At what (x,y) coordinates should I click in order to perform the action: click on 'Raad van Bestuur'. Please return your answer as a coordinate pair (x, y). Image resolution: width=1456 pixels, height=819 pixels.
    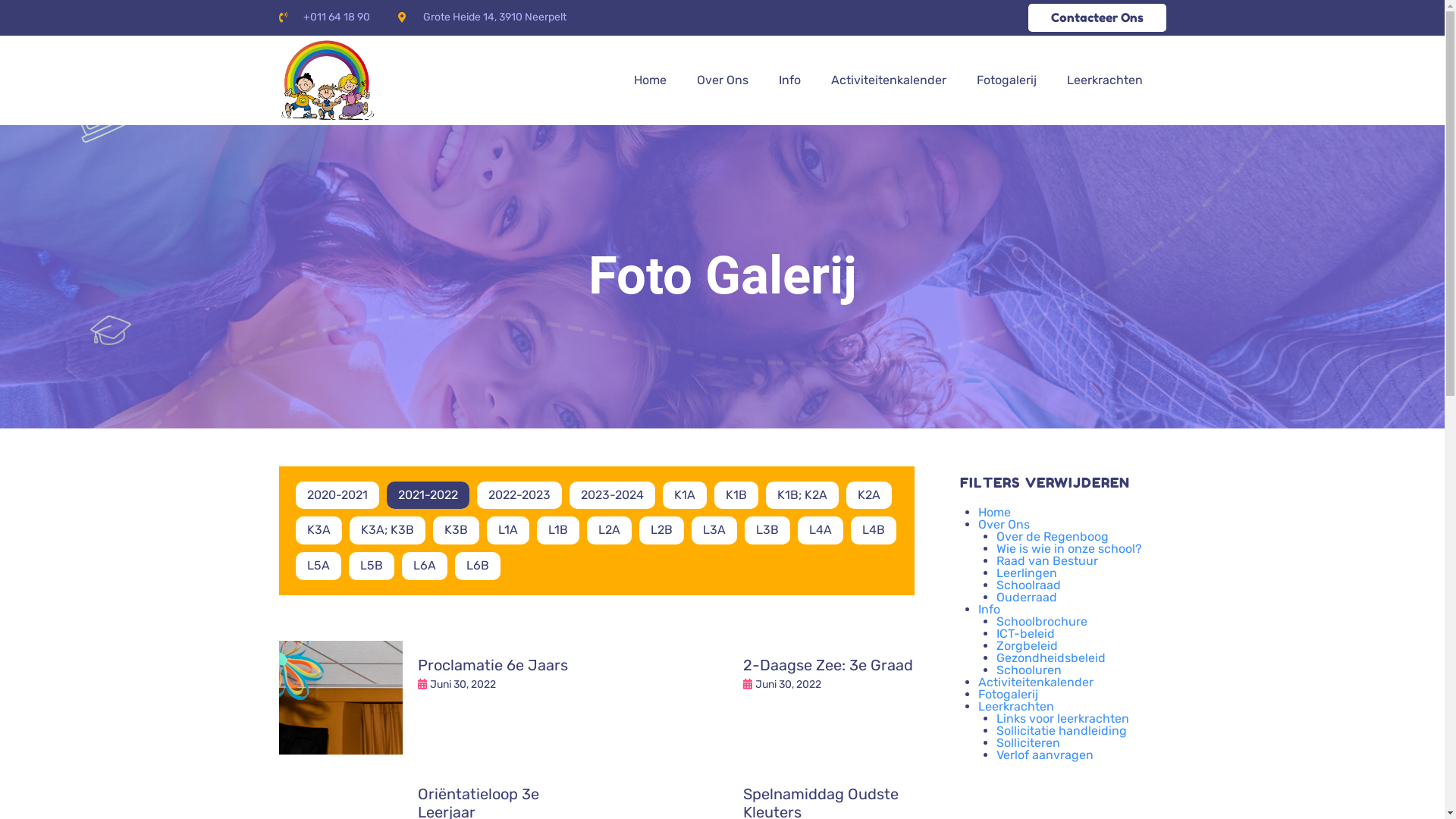
    Looking at the image, I should click on (1046, 560).